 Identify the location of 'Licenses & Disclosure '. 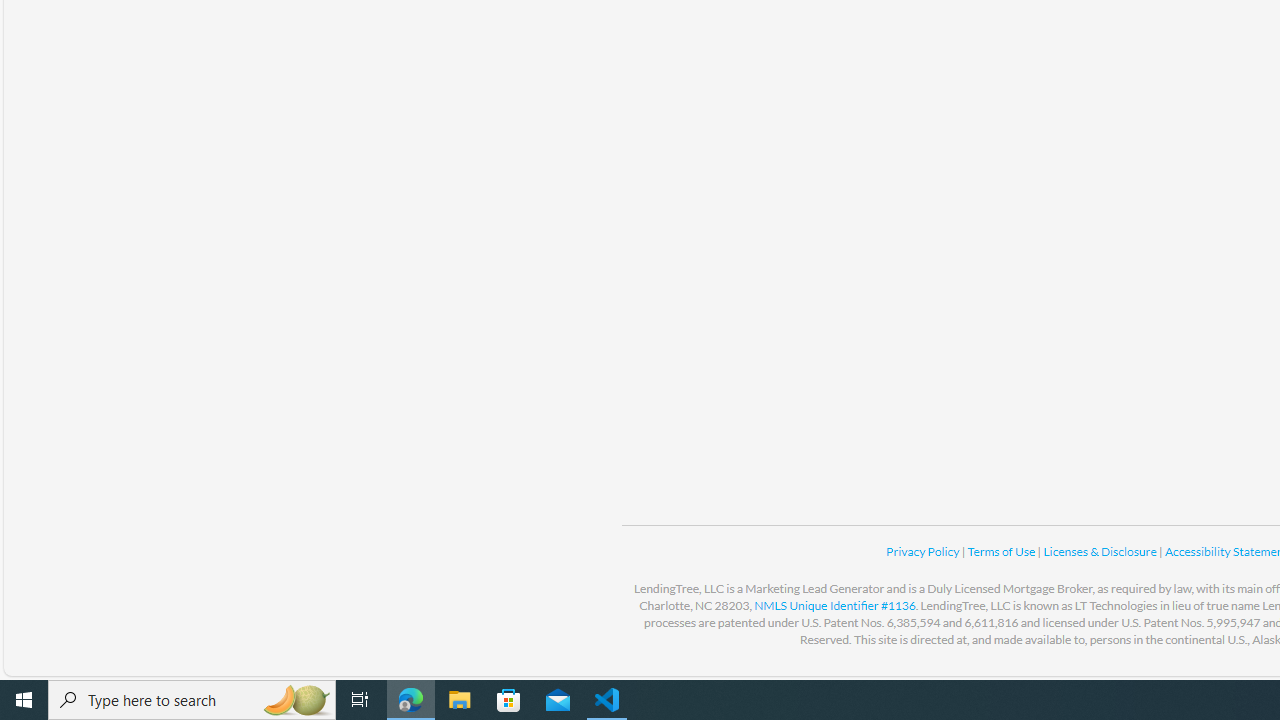
(1099, 551).